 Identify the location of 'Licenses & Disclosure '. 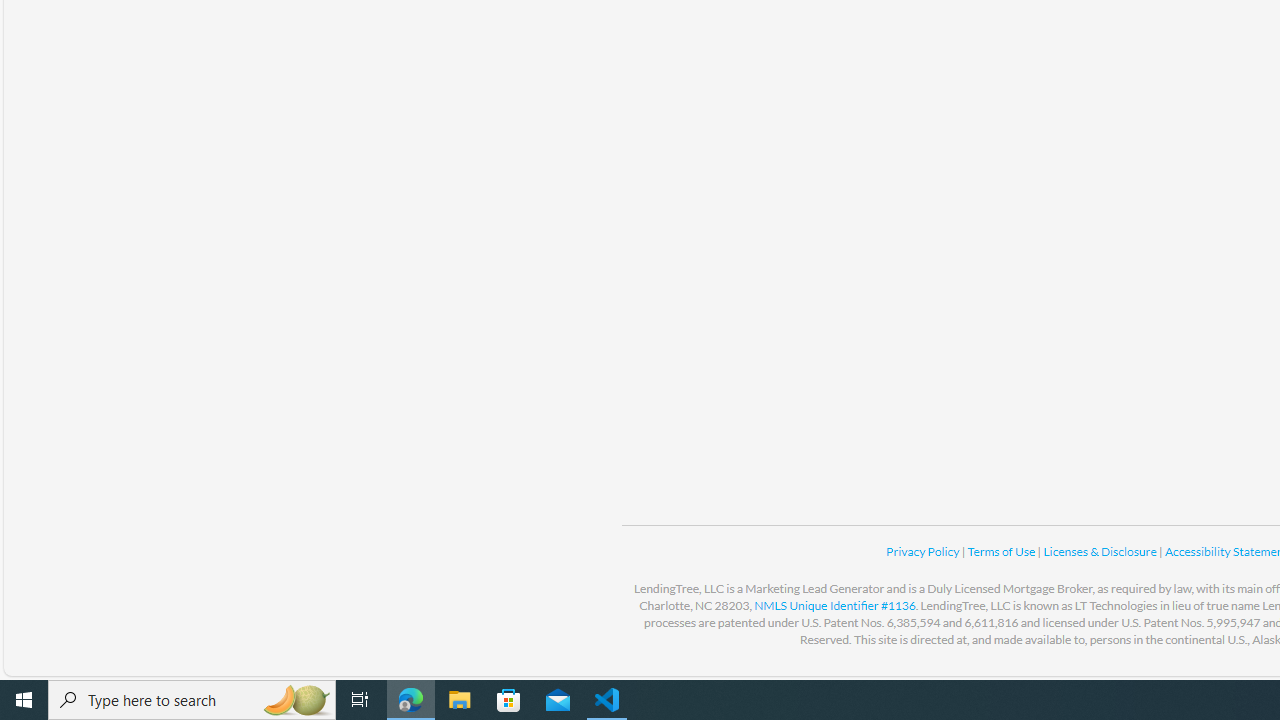
(1099, 551).